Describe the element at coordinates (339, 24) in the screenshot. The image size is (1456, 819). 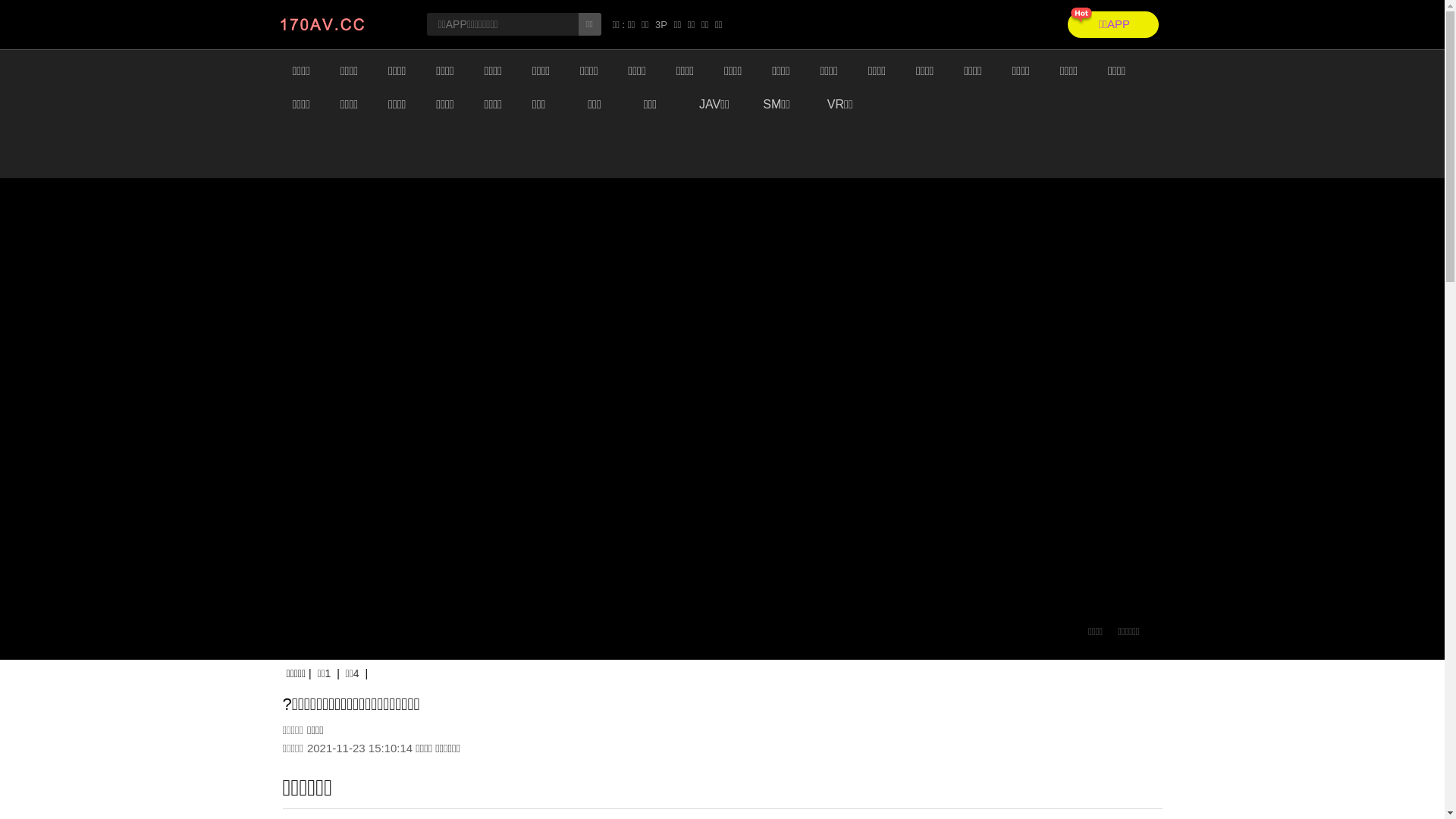
I see `'static/images/logo.jpg'` at that location.